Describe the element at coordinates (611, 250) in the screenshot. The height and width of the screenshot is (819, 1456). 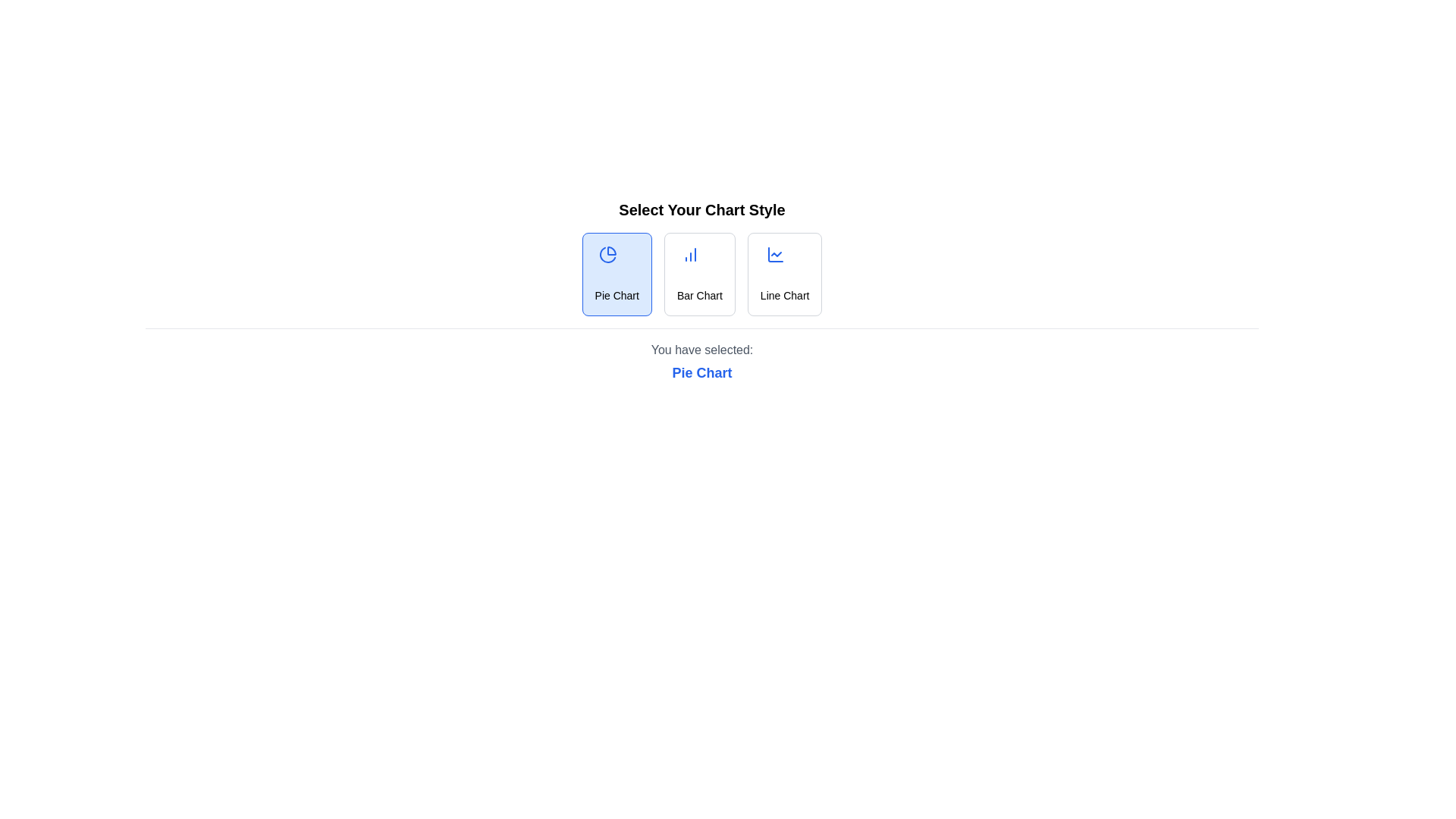
I see `the pie chart icon's top right quarter segment, which features a curved boundary and minimalist design` at that location.